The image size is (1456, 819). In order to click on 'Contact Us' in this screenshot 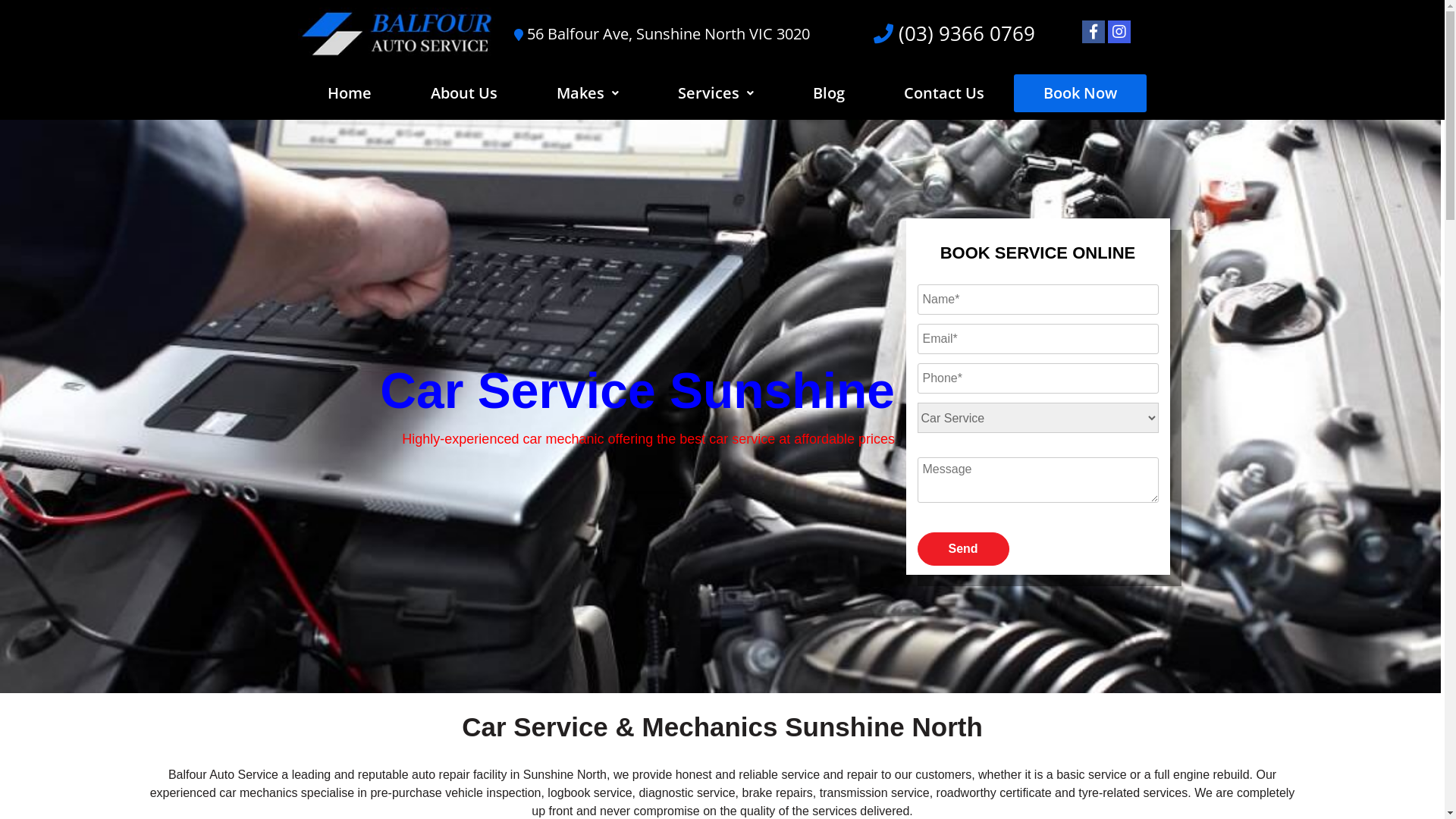, I will do `click(943, 93)`.